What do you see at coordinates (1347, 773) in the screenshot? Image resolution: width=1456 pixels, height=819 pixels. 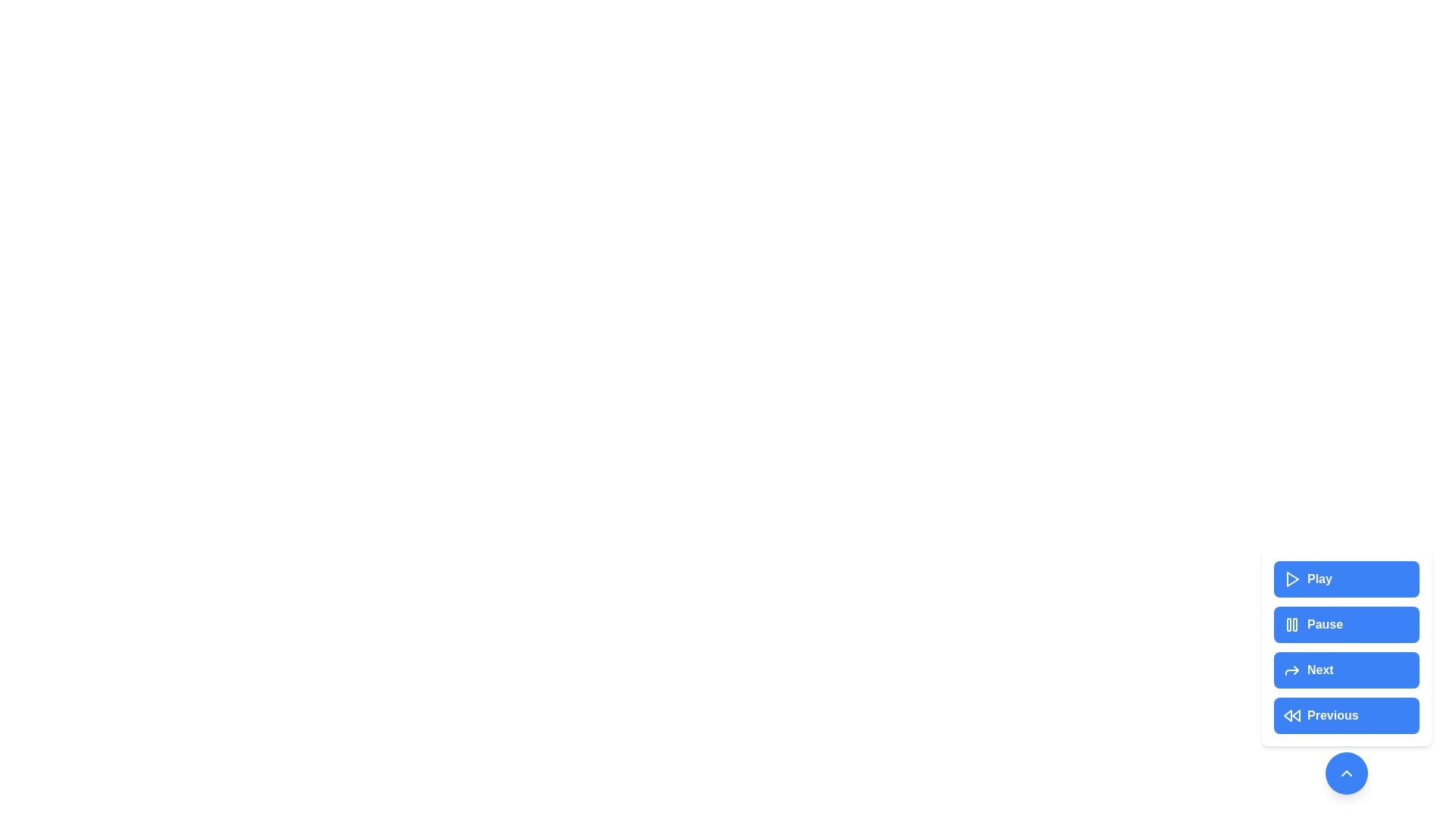 I see `toggle button at the bottom right corner of the interface to toggle the speed dial menu` at bounding box center [1347, 773].